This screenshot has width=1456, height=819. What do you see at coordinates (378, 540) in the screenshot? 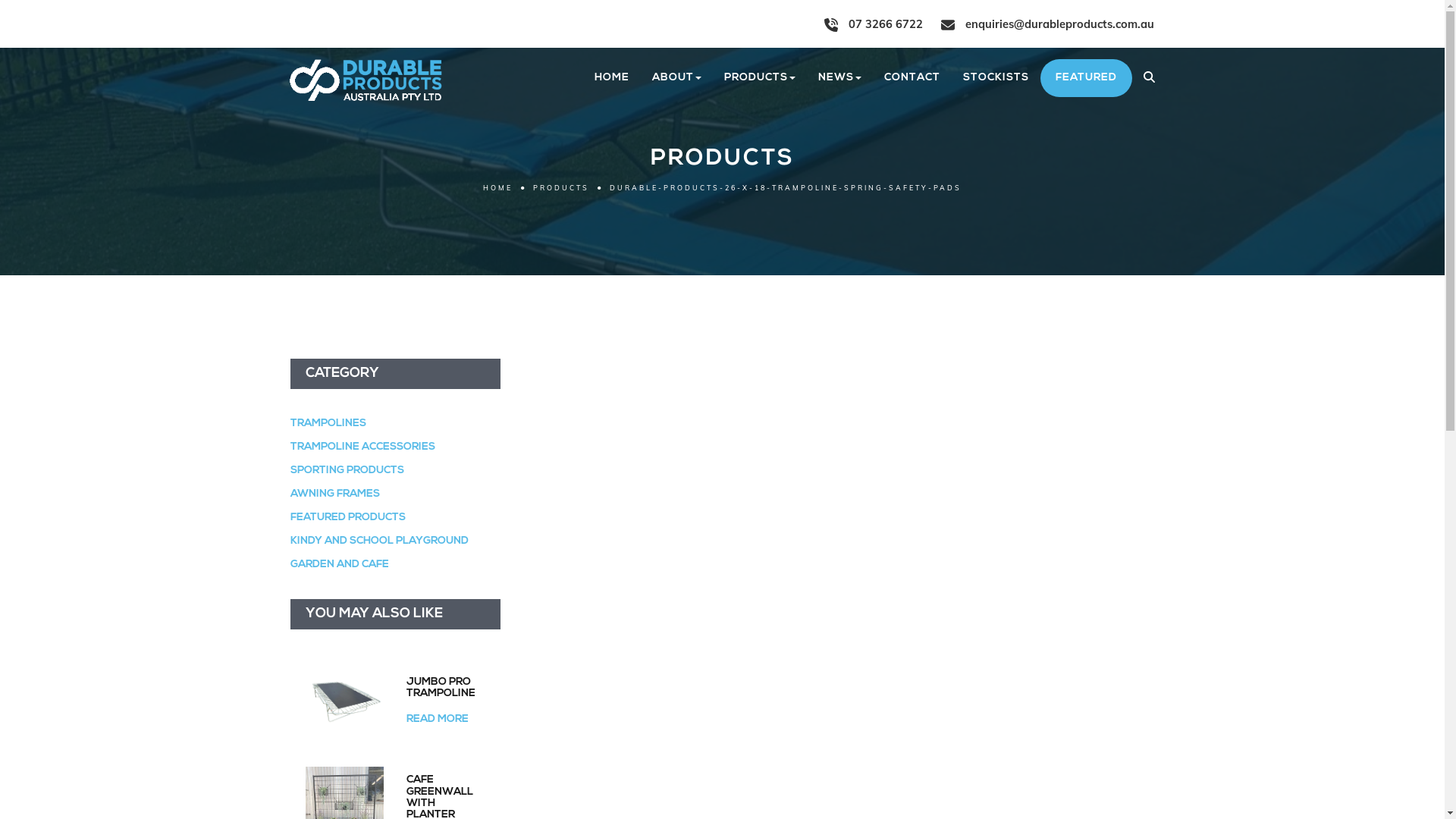
I see `'KINDY AND SCHOOL PLAYGROUND'` at bounding box center [378, 540].